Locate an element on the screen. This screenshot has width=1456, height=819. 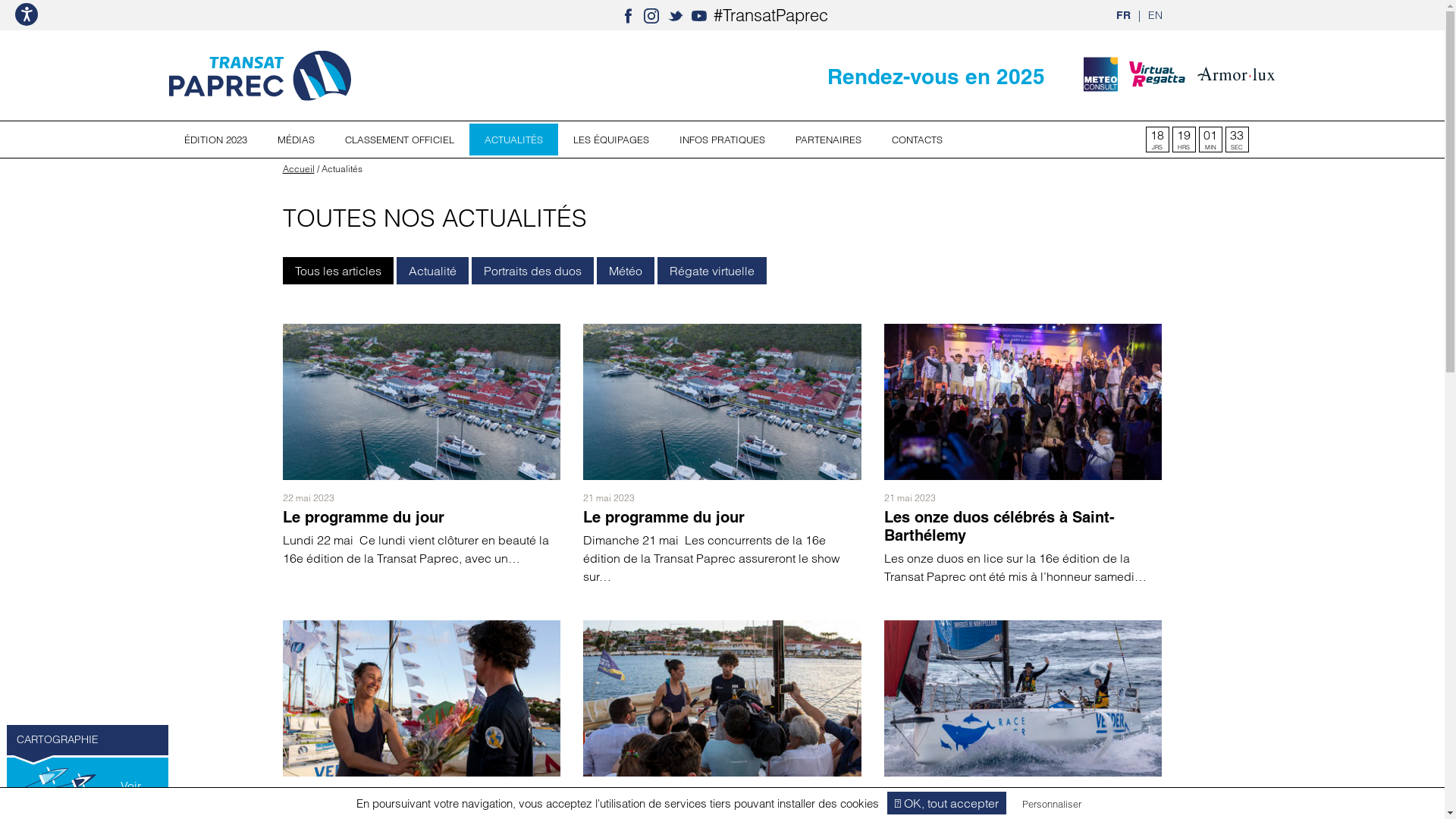
'Tous les articles' is located at coordinates (337, 270).